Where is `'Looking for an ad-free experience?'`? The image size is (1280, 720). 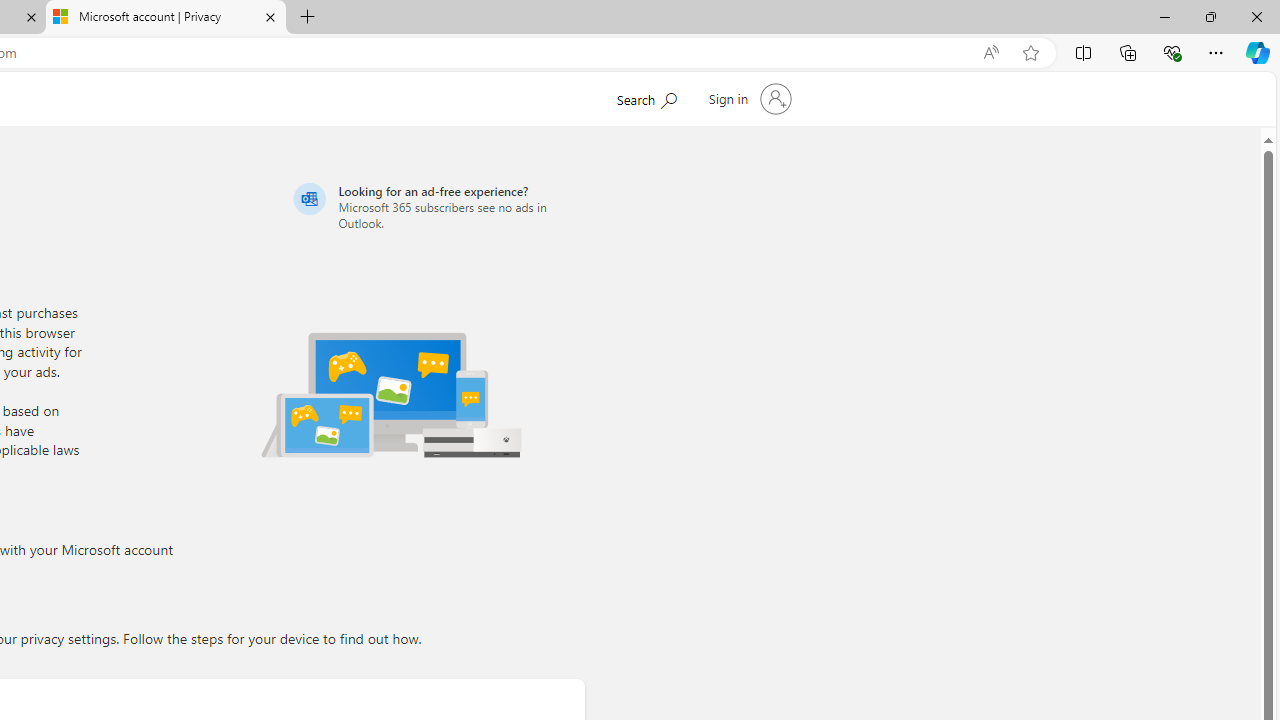 'Looking for an ad-free experience?' is located at coordinates (435, 206).